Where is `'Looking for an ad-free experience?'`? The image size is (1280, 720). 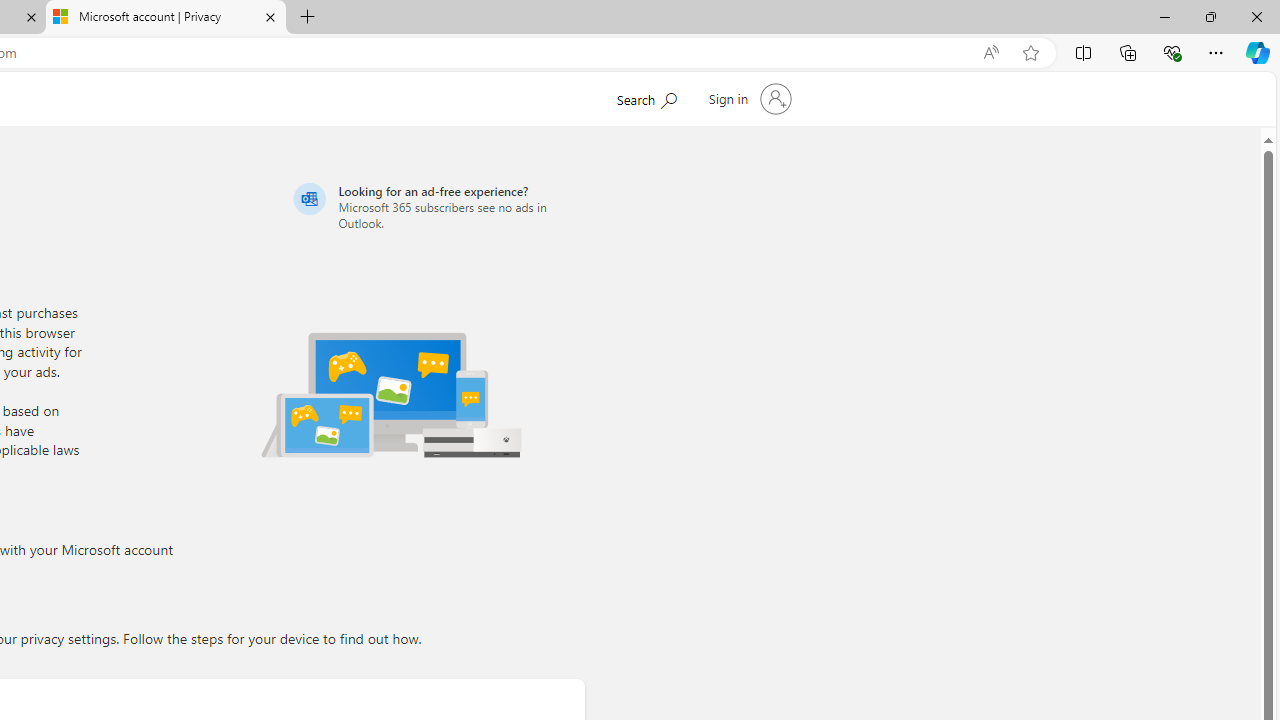 'Looking for an ad-free experience?' is located at coordinates (435, 206).